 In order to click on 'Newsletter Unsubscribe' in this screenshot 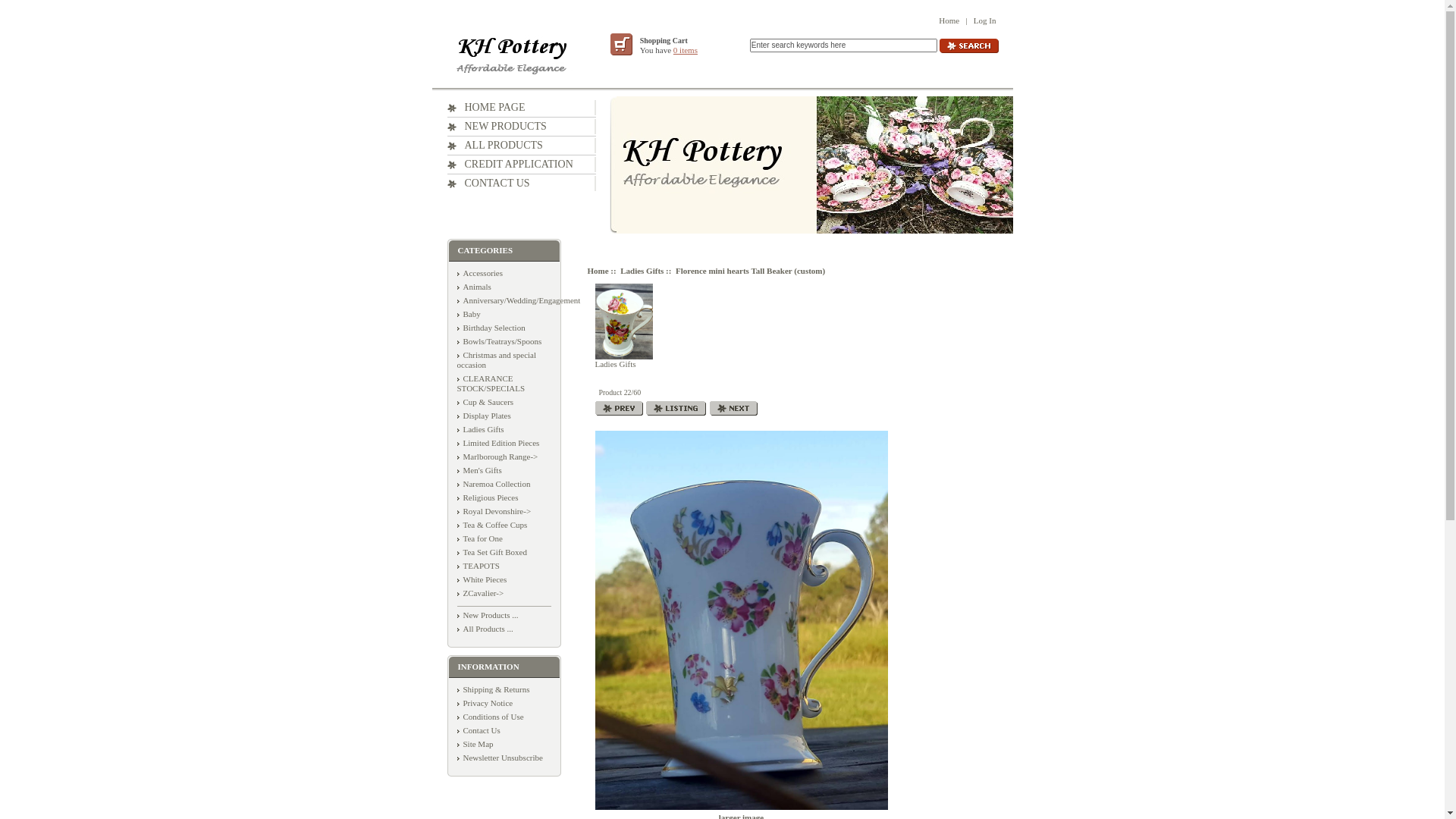, I will do `click(499, 758)`.